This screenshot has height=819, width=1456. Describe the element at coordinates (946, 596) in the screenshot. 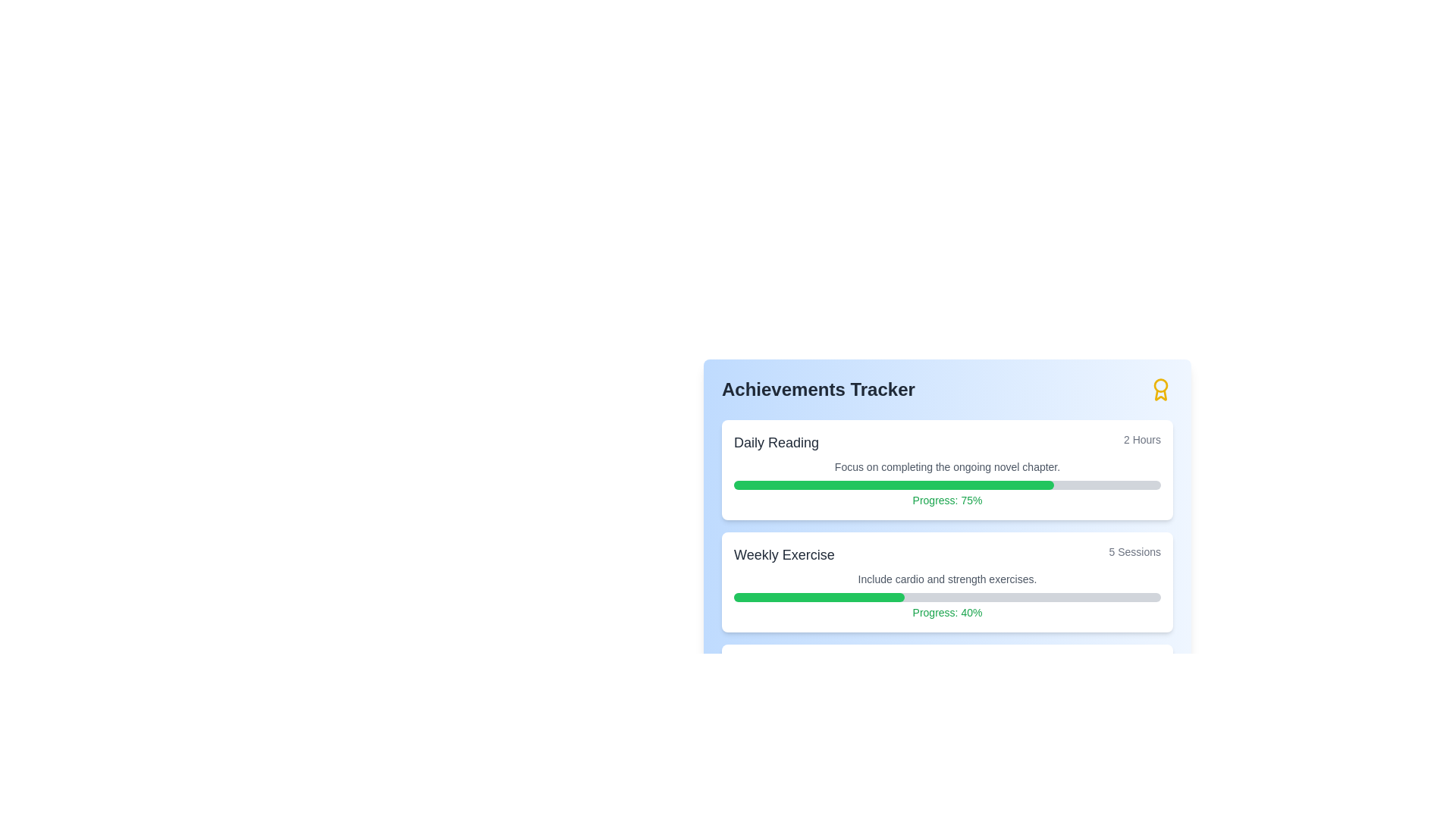

I see `the horizontal progress bar located at the lower section of the 'Weekly Exercise' card, which shows a green section for progress and a gray section for the remaining portion` at that location.